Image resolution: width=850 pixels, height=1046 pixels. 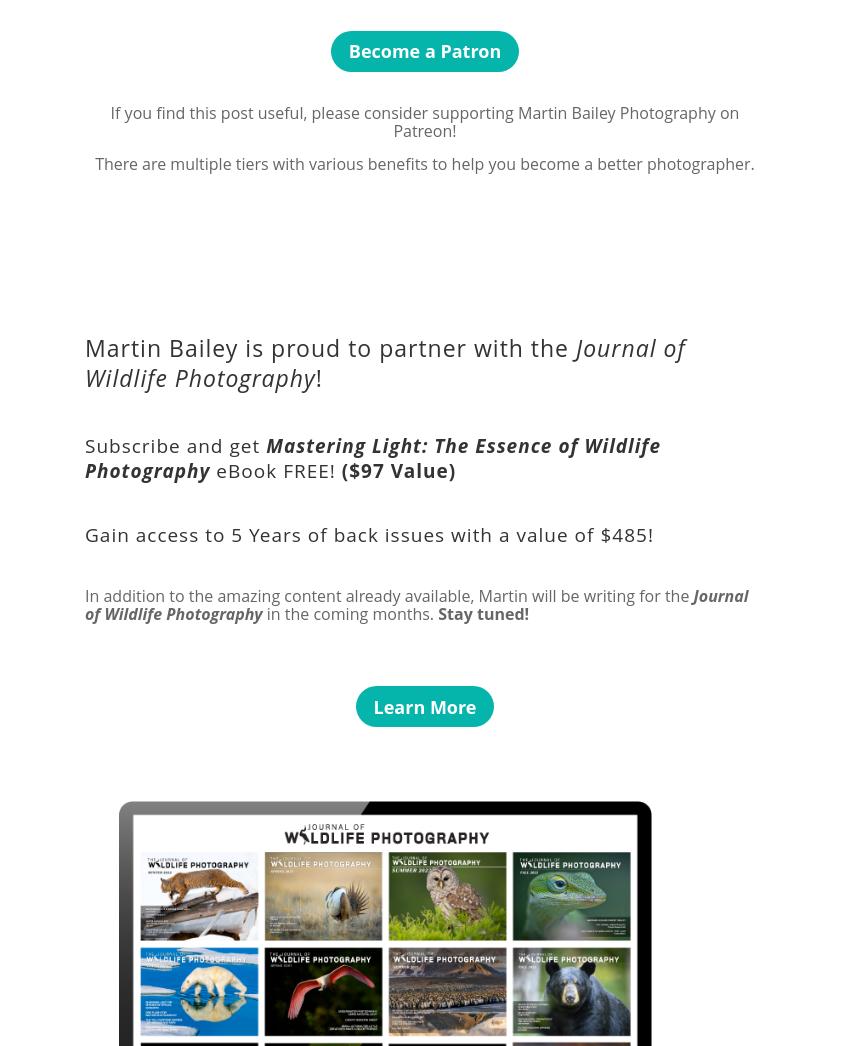 What do you see at coordinates (260, 612) in the screenshot?
I see `'in the coming months.'` at bounding box center [260, 612].